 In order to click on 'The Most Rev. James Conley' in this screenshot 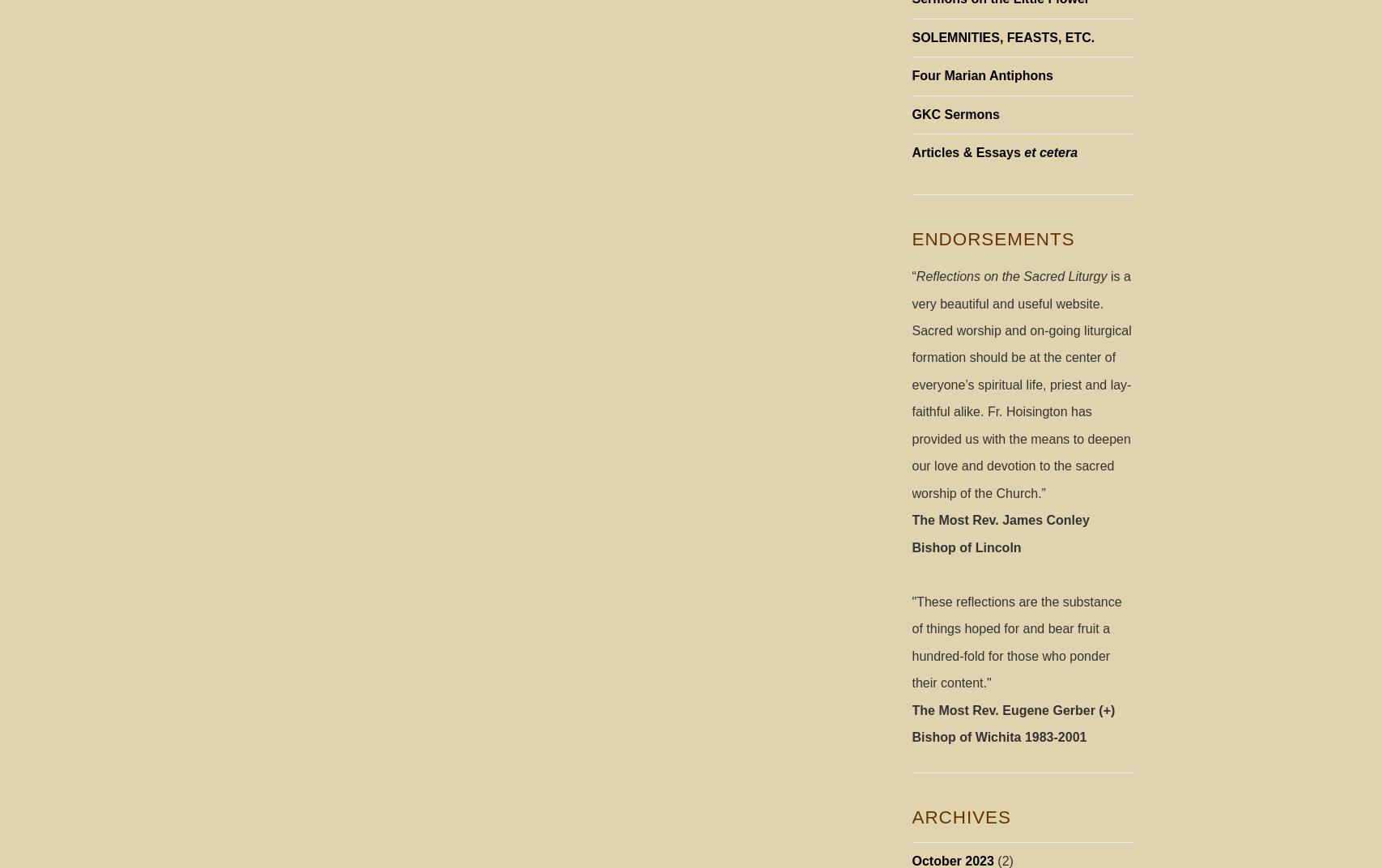, I will do `click(910, 520)`.